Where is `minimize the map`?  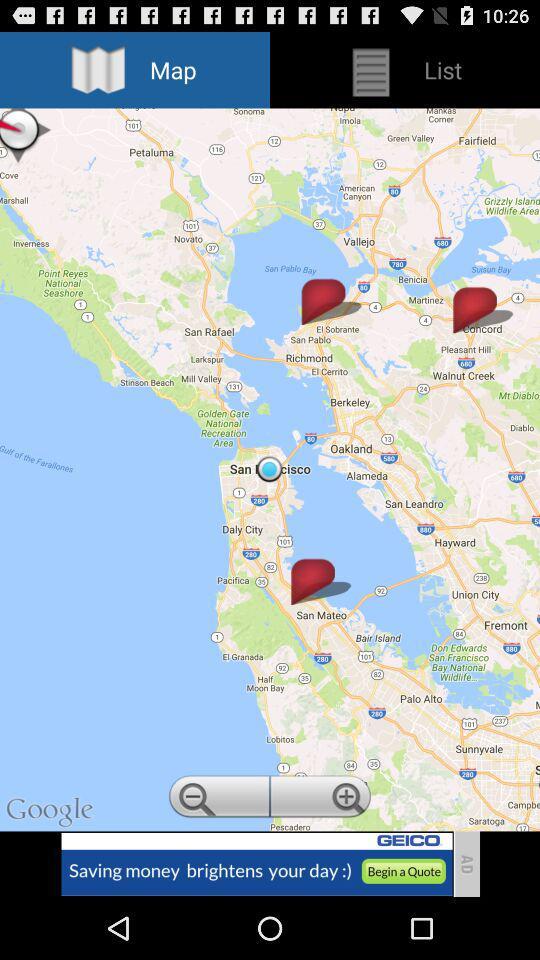 minimize the map is located at coordinates (216, 799).